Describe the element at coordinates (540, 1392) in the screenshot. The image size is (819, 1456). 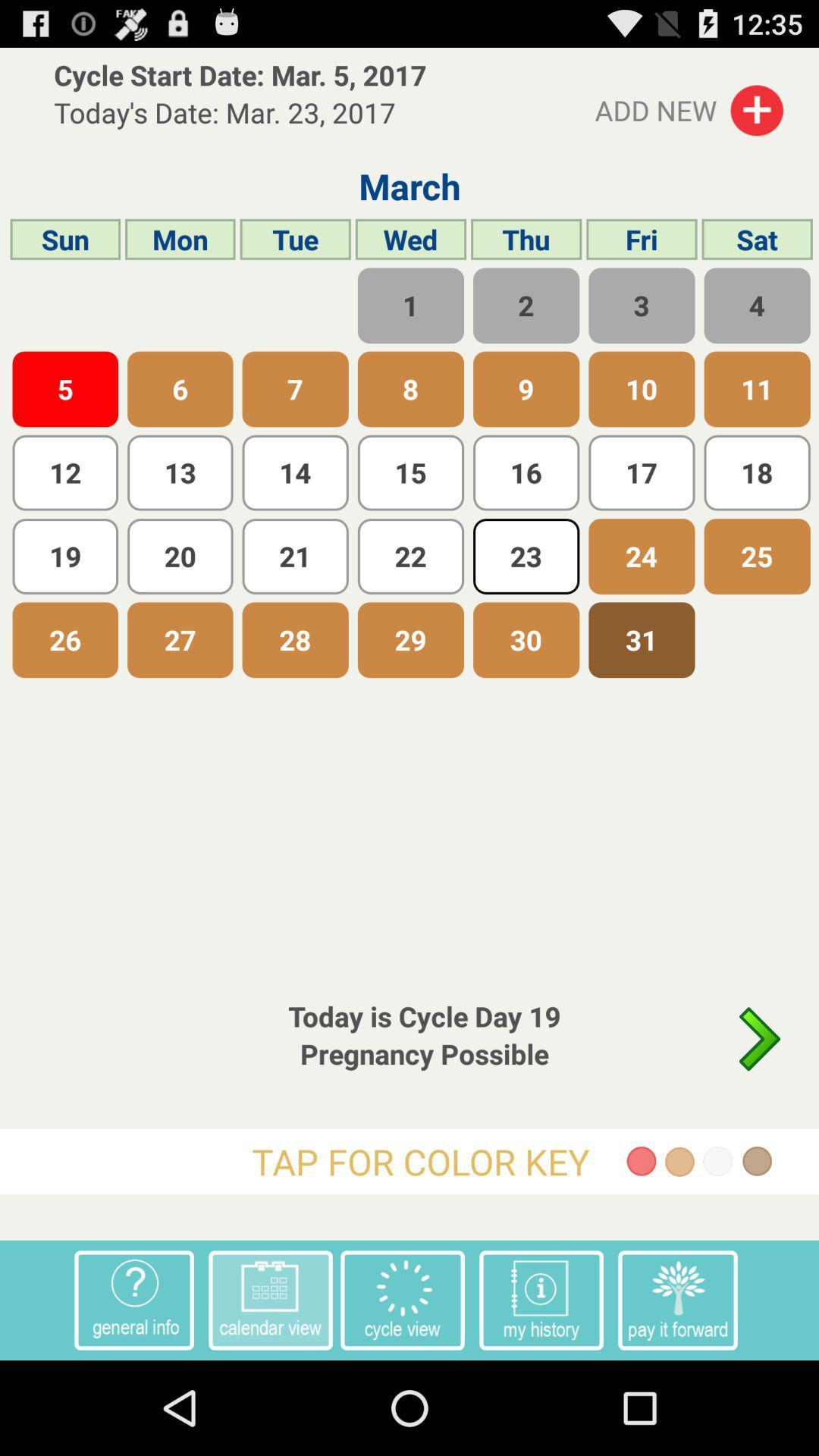
I see `the info icon` at that location.